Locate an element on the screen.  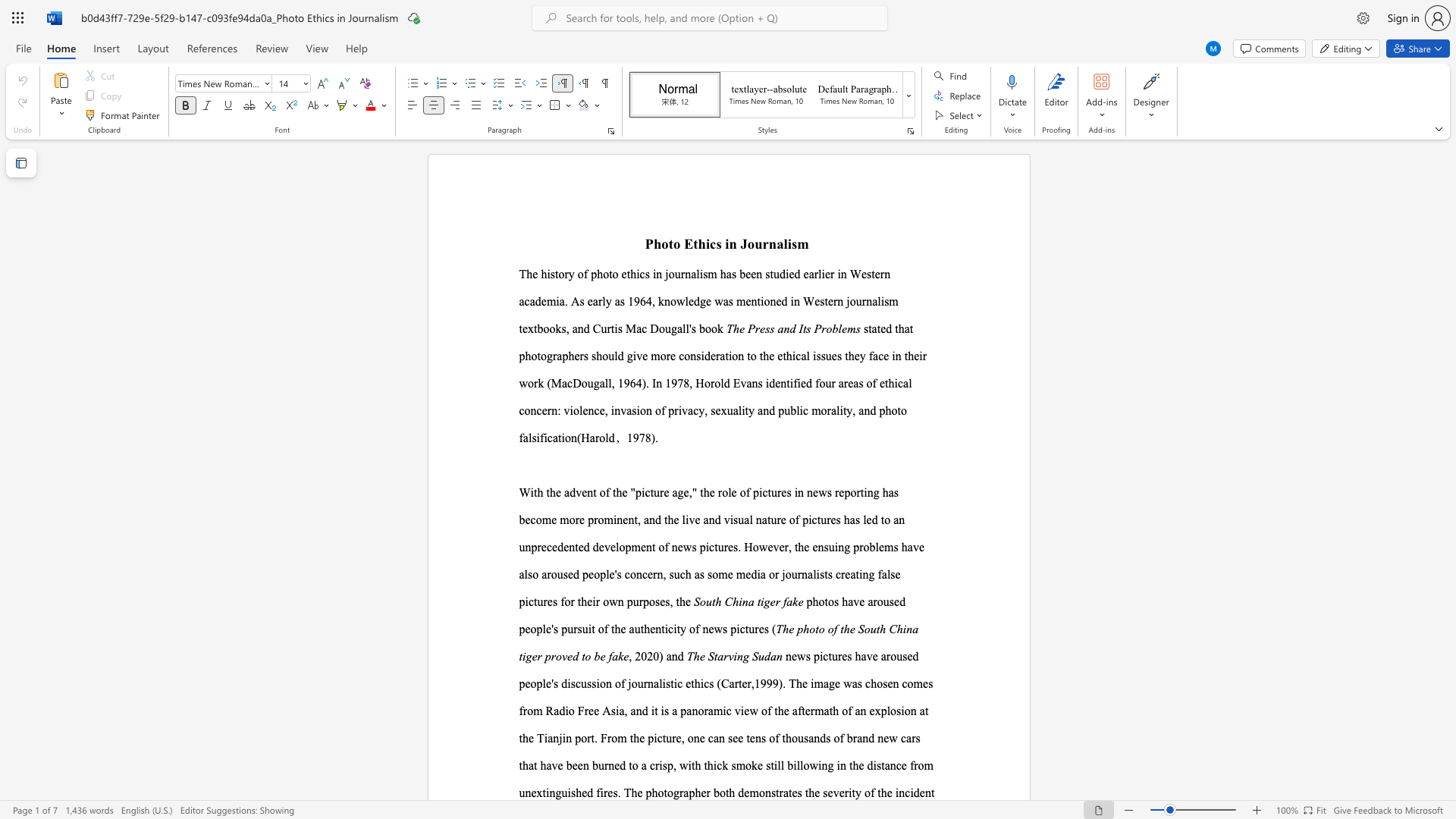
the 1th character "t" in the text is located at coordinates (804, 328).